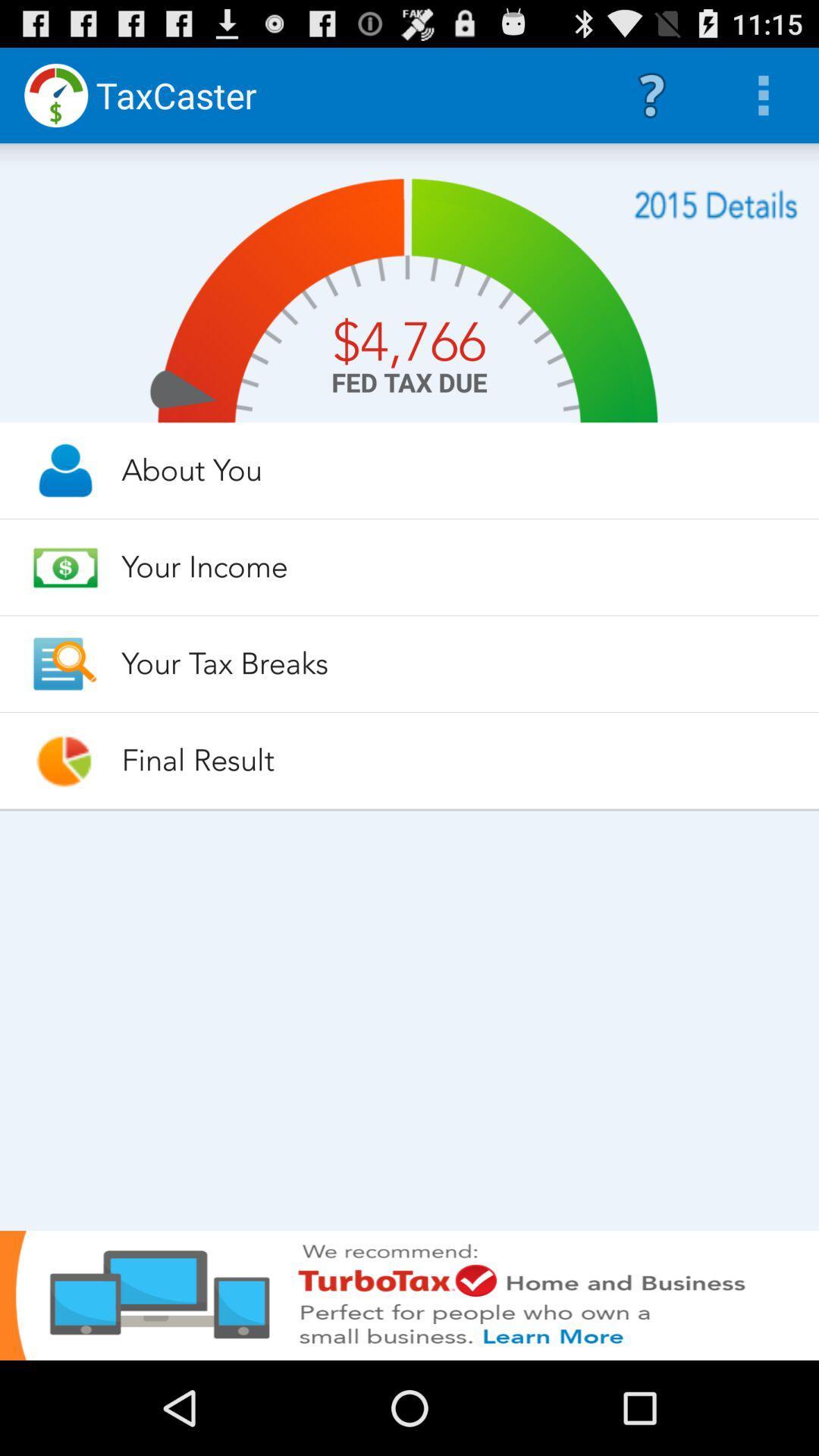 The height and width of the screenshot is (1456, 819). What do you see at coordinates (456, 566) in the screenshot?
I see `icon above the your tax breaks app` at bounding box center [456, 566].